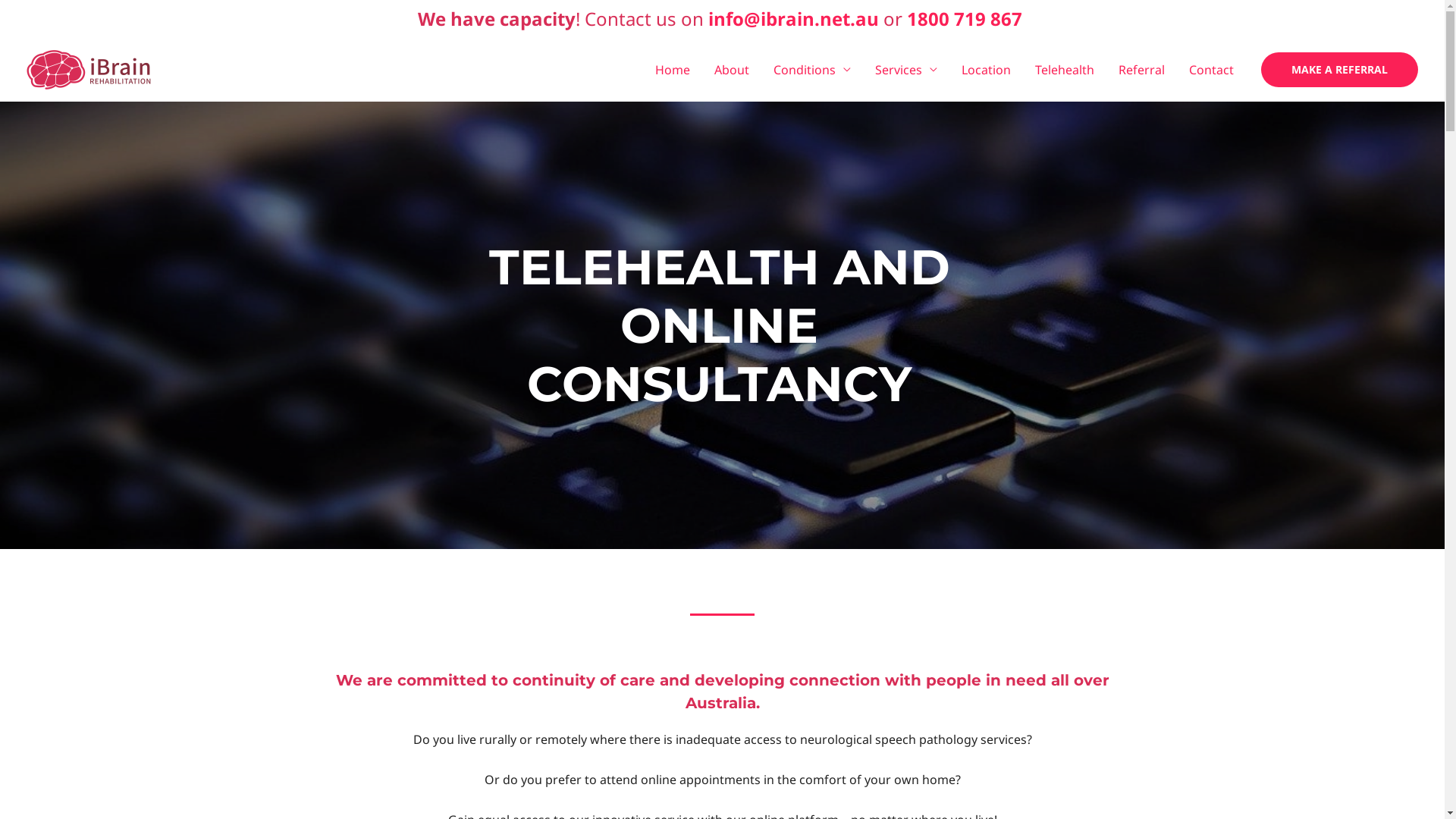  What do you see at coordinates (708, 18) in the screenshot?
I see `'info@ibrain.net.au'` at bounding box center [708, 18].